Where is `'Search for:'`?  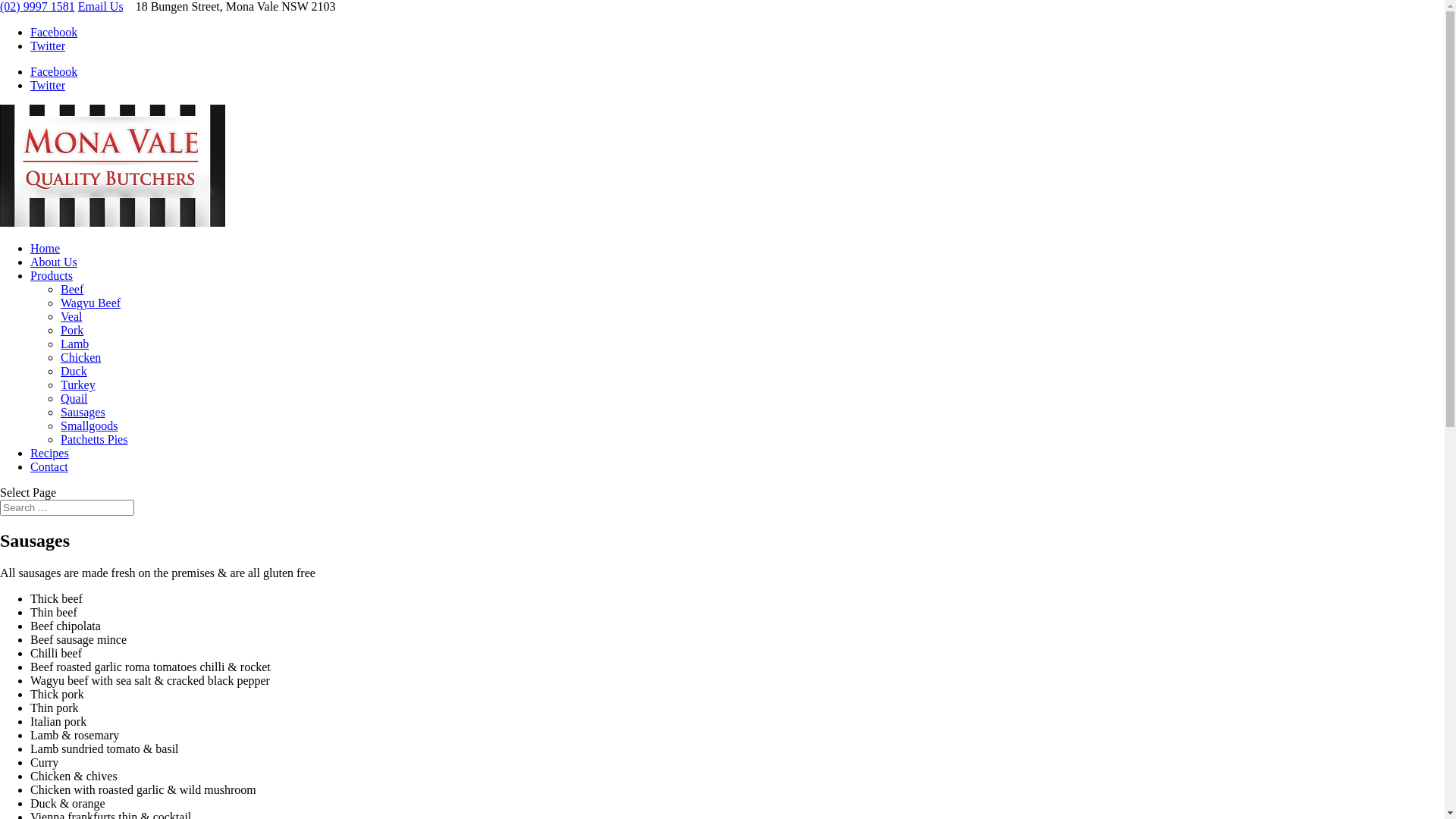
'Search for:' is located at coordinates (66, 507).